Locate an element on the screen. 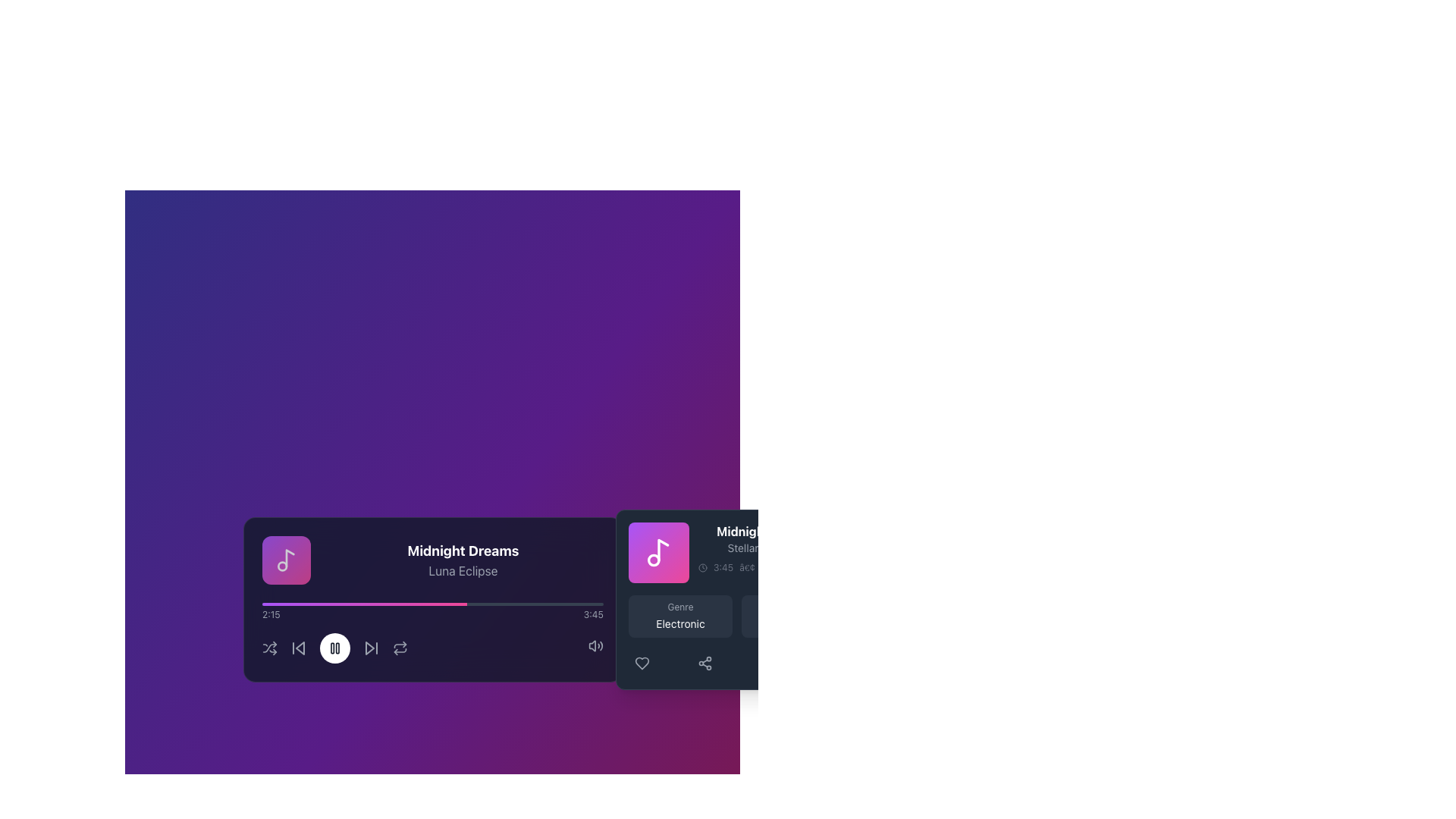  the Information panel with a gray background and rounded corners that contains the text 'Genre' and 'Electronic' is located at coordinates (679, 617).